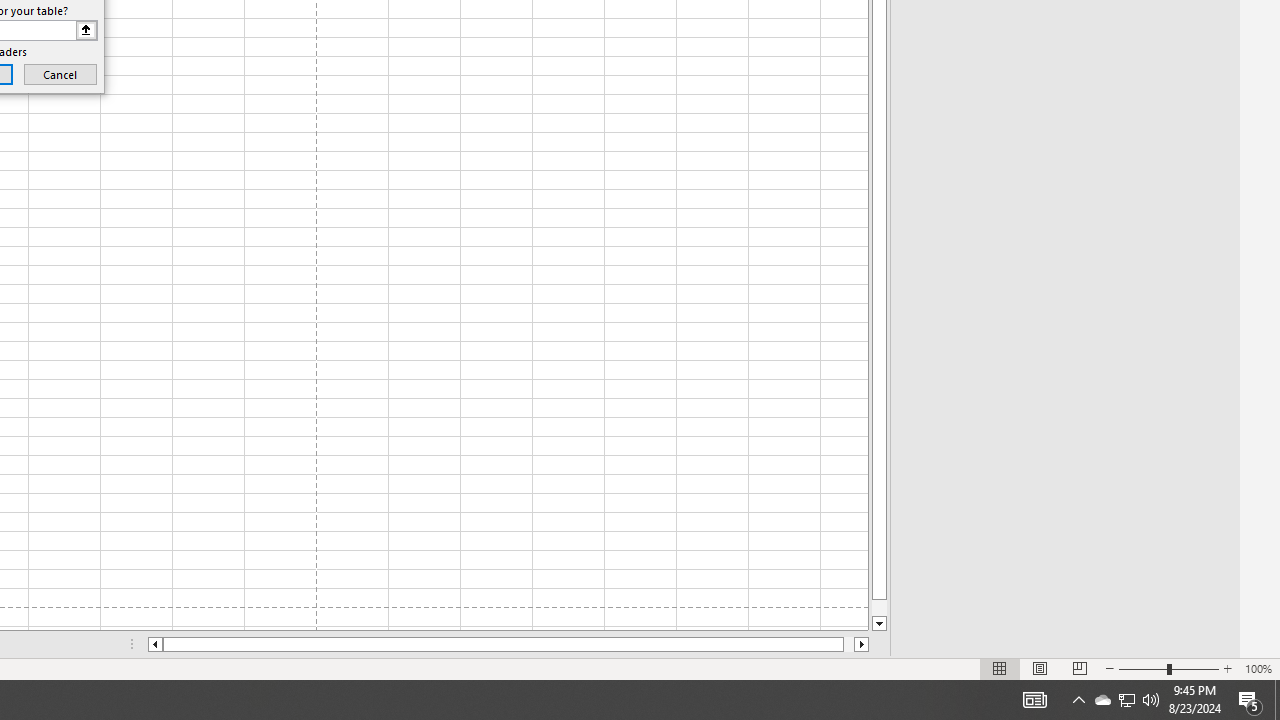 The height and width of the screenshot is (720, 1280). What do you see at coordinates (508, 644) in the screenshot?
I see `'Class: NetUIScrollBar'` at bounding box center [508, 644].